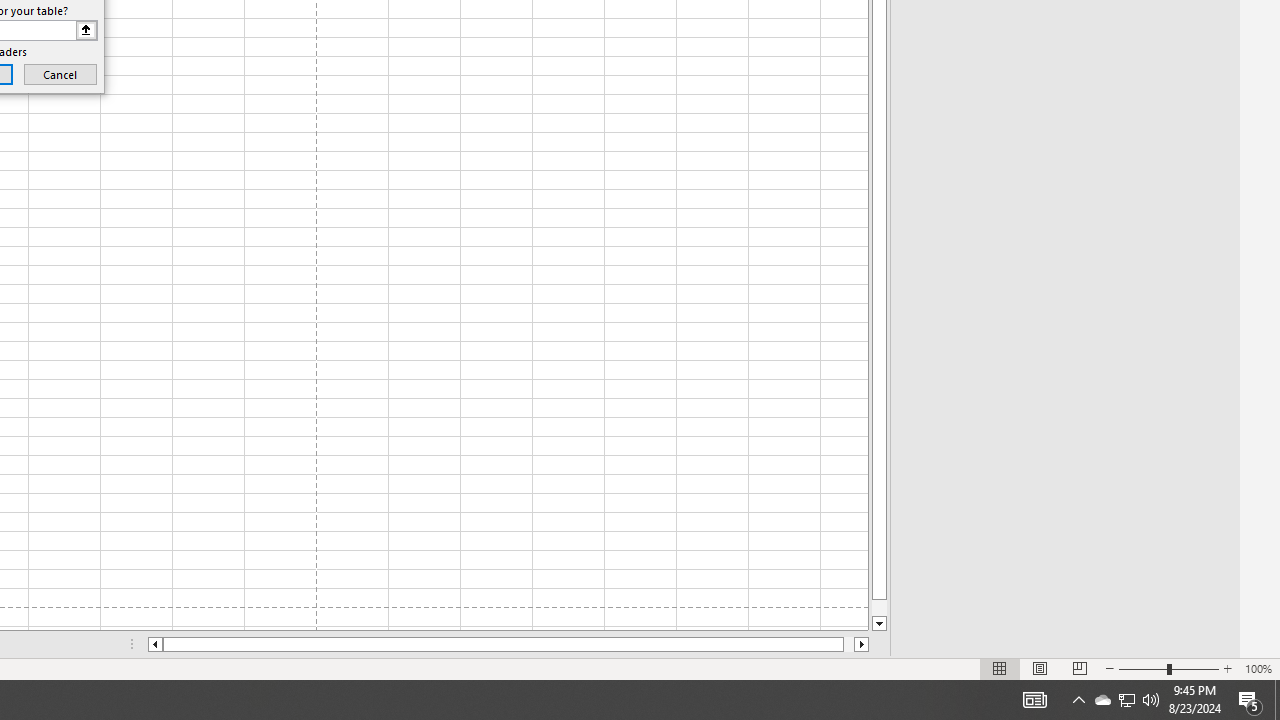 The height and width of the screenshot is (720, 1280). What do you see at coordinates (508, 644) in the screenshot?
I see `'Class: NetUIScrollBar'` at bounding box center [508, 644].